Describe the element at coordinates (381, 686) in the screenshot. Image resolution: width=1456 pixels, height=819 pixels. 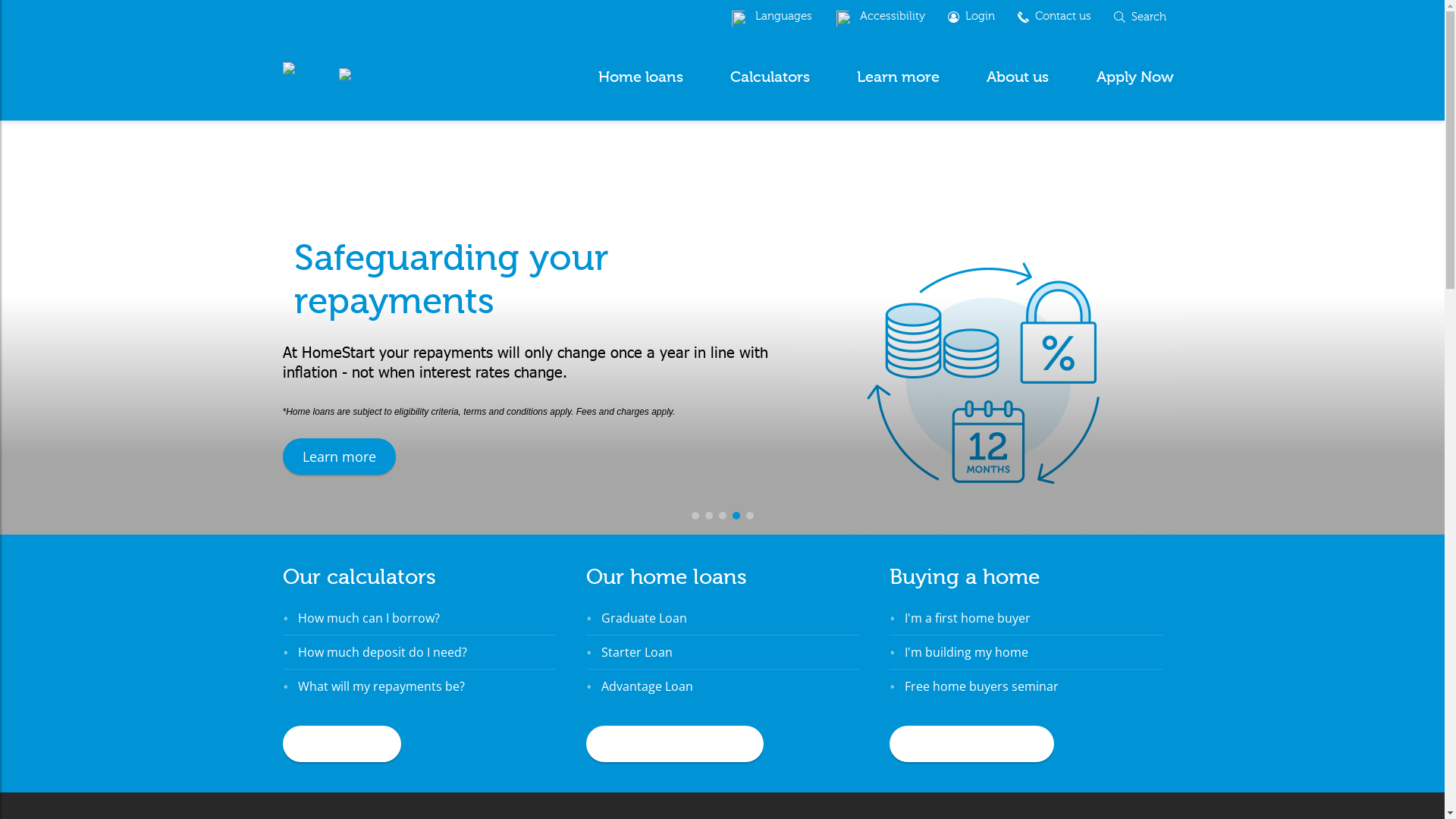
I see `'What will my repayments be?'` at that location.